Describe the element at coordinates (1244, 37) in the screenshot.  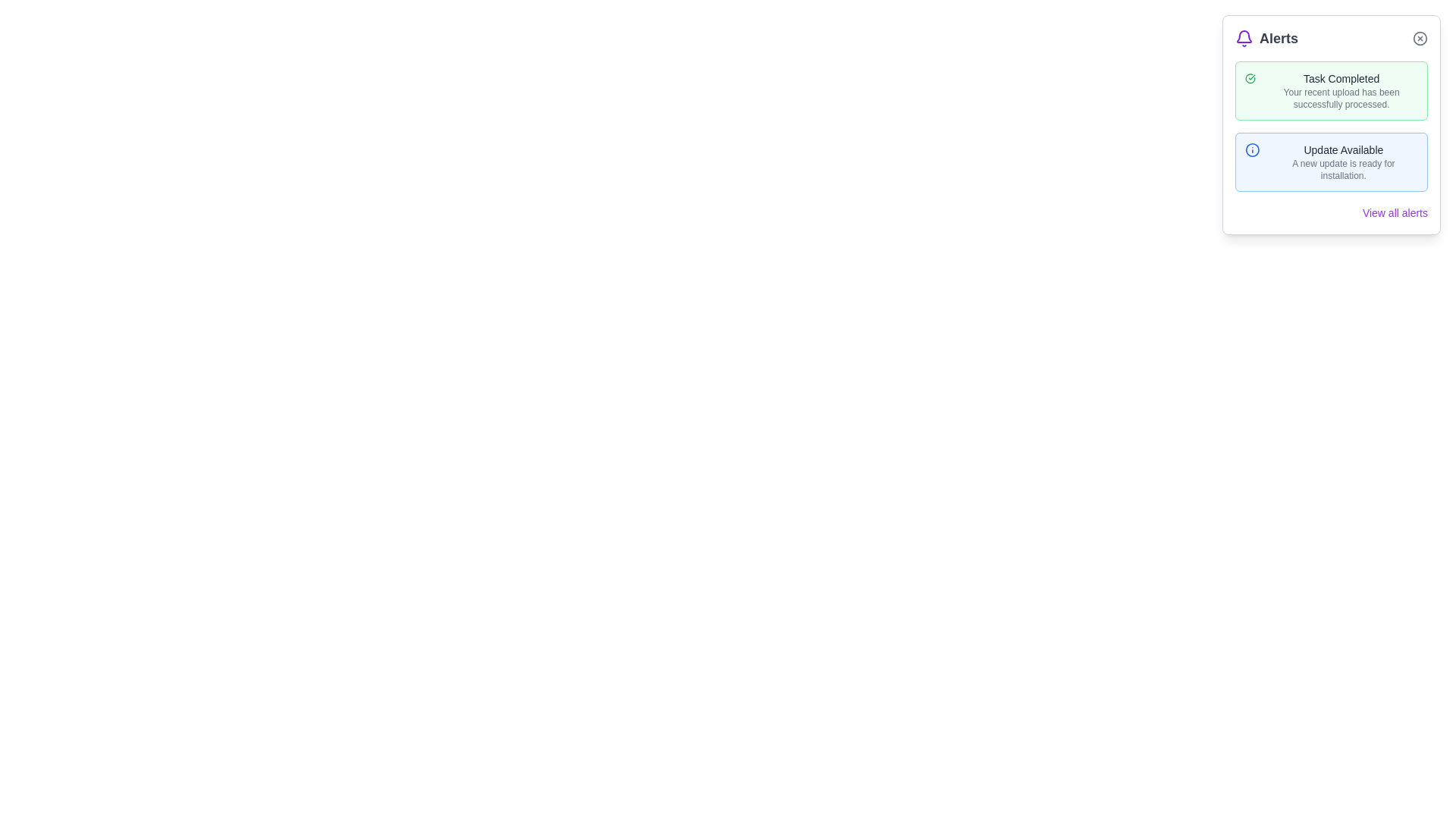
I see `the purple bell icon located at the left side of the horizontal group that includes the 'Alerts' text, positioned at the top of a card-like section` at that location.